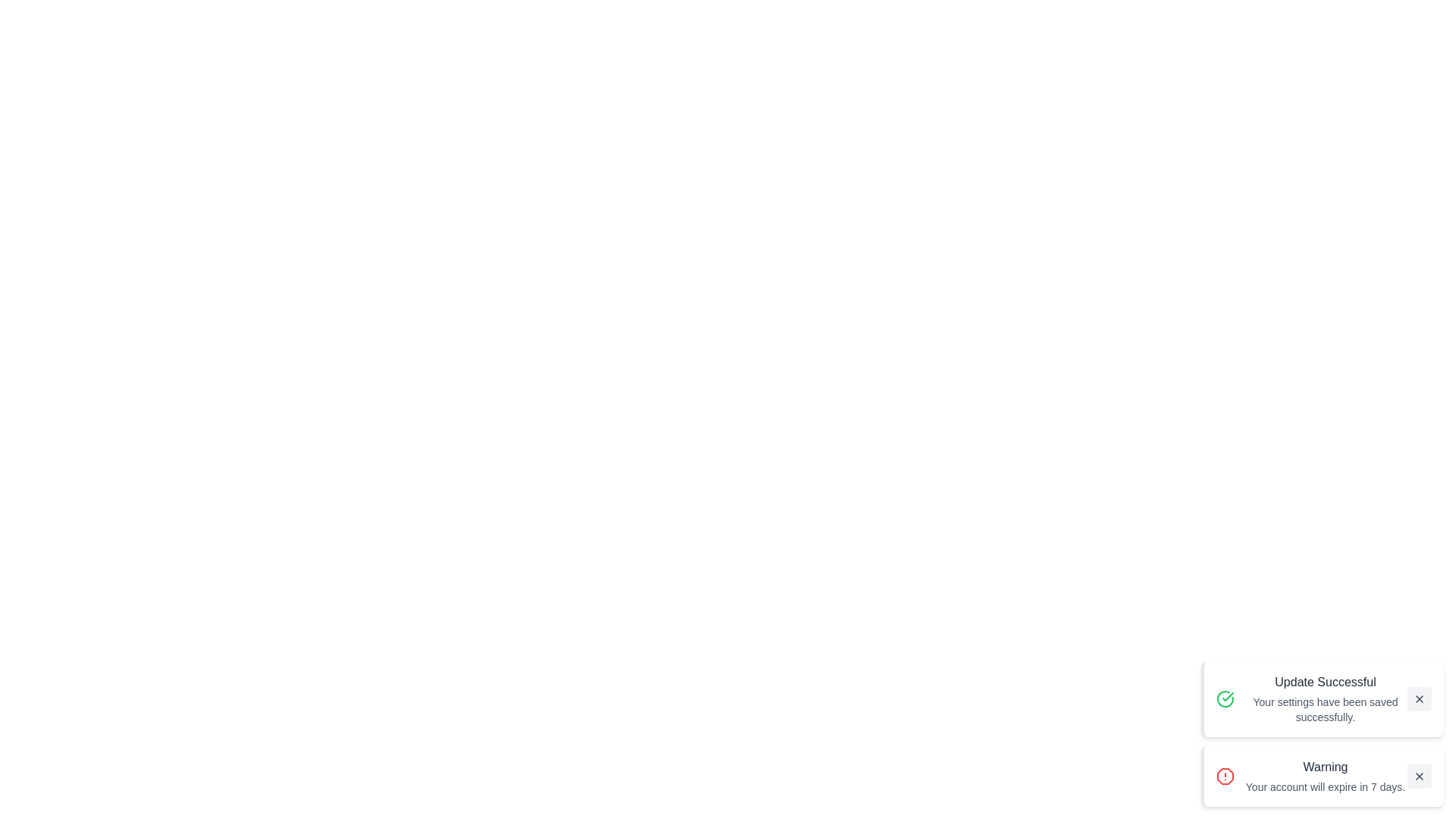 Image resolution: width=1456 pixels, height=819 pixels. What do you see at coordinates (1225, 698) in the screenshot?
I see `the notification icon corresponding to Update Successful` at bounding box center [1225, 698].